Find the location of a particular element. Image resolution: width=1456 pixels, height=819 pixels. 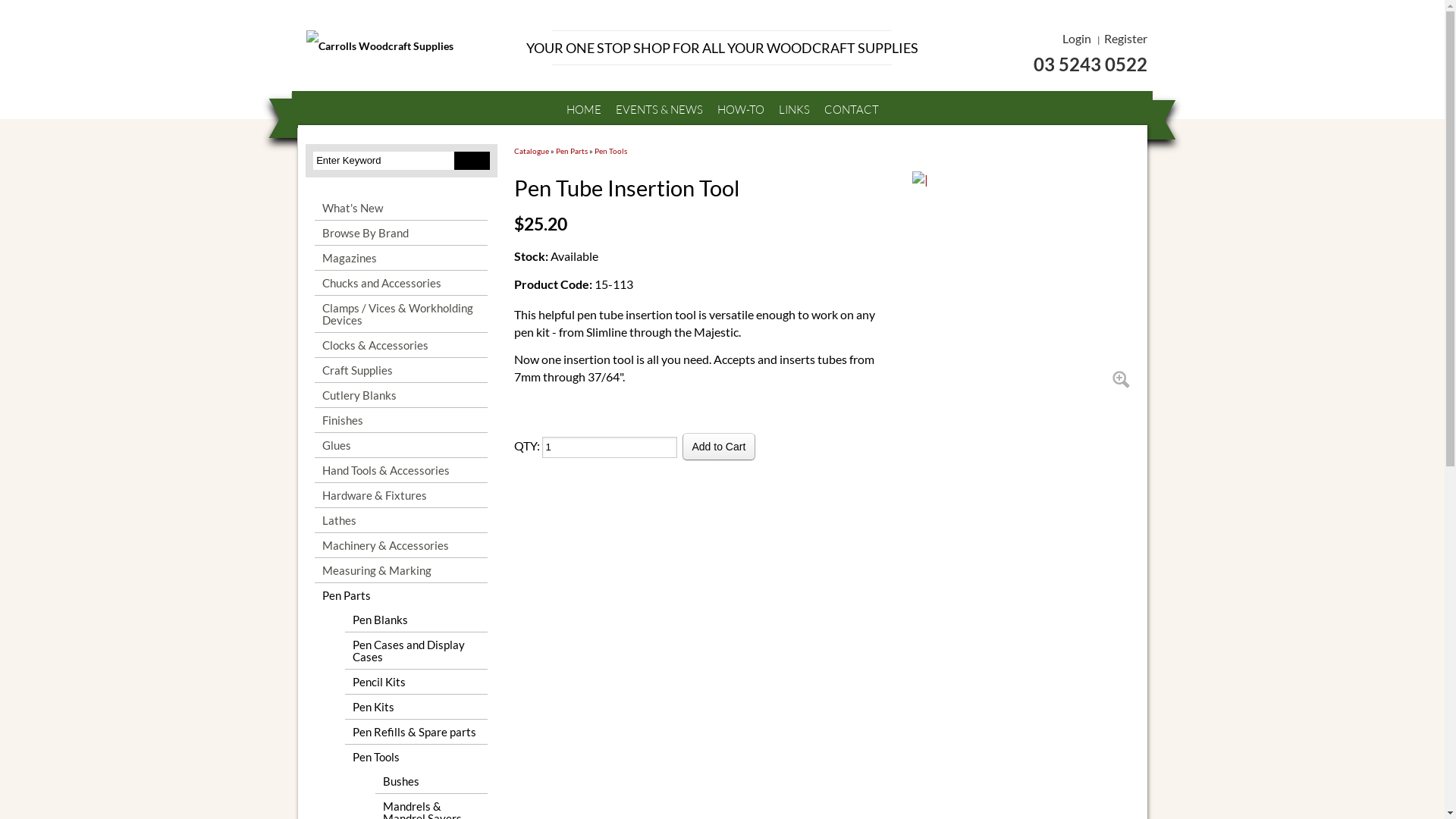

'Hand Tools & Accessories' is located at coordinates (400, 469).